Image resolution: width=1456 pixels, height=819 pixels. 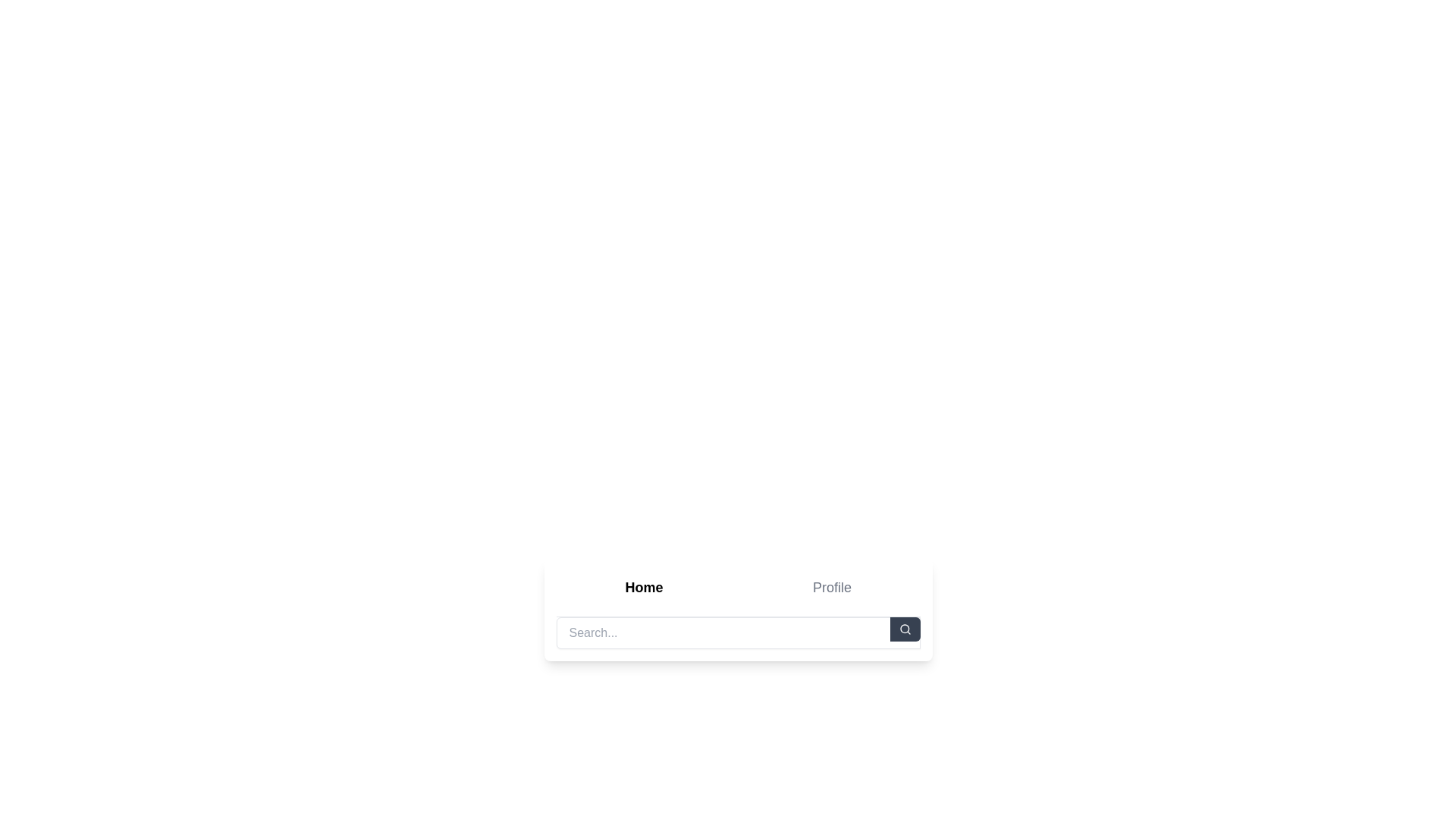 What do you see at coordinates (905, 629) in the screenshot?
I see `the minimalist white magnifying glass icon located within the dark gray rectangular button at the far-right end of the input box section to initiate a search` at bounding box center [905, 629].